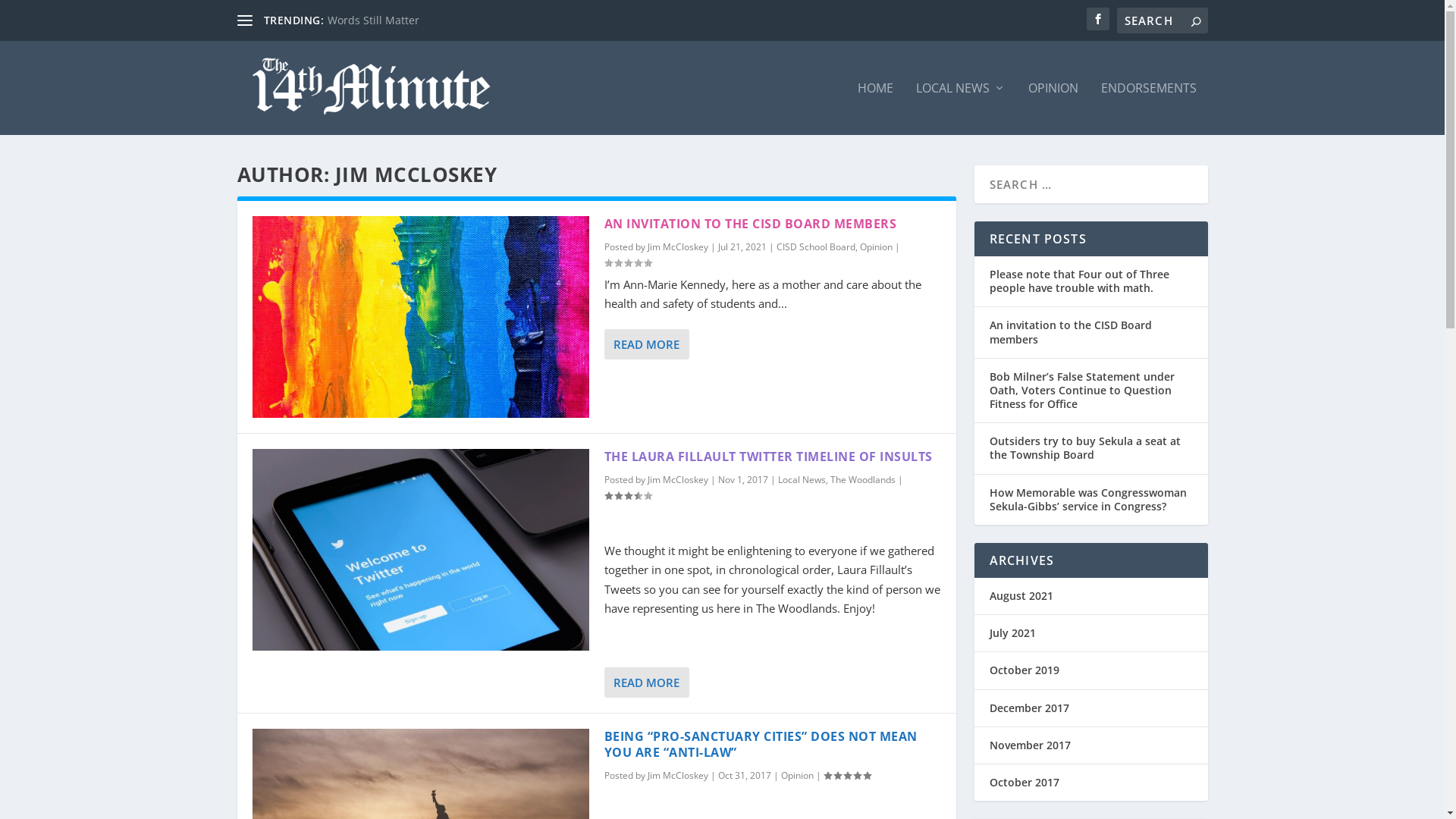  Describe the element at coordinates (1028, 107) in the screenshot. I see `'OPINION'` at that location.